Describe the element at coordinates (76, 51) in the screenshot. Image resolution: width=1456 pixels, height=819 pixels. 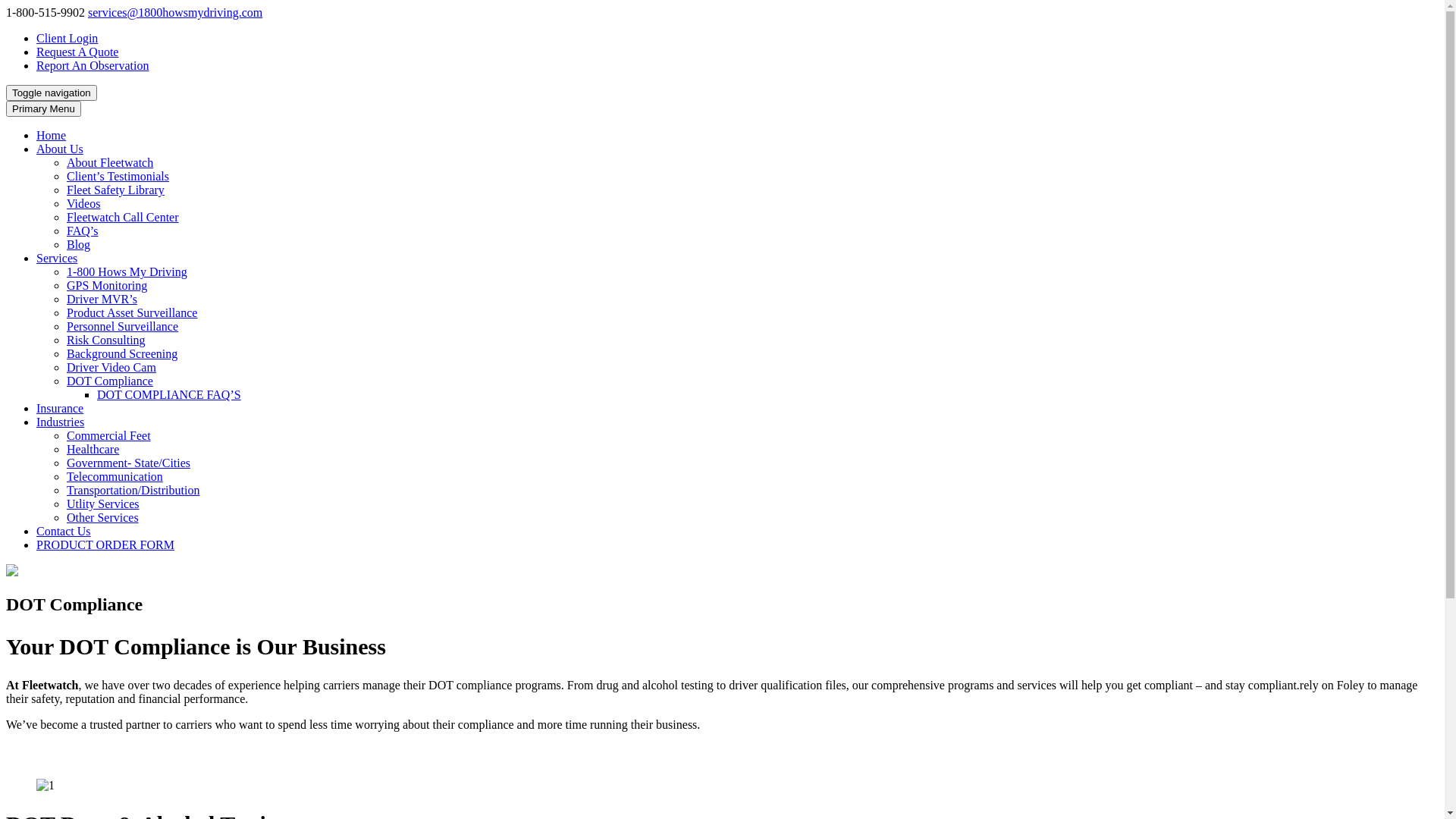
I see `'Request A Quote'` at that location.